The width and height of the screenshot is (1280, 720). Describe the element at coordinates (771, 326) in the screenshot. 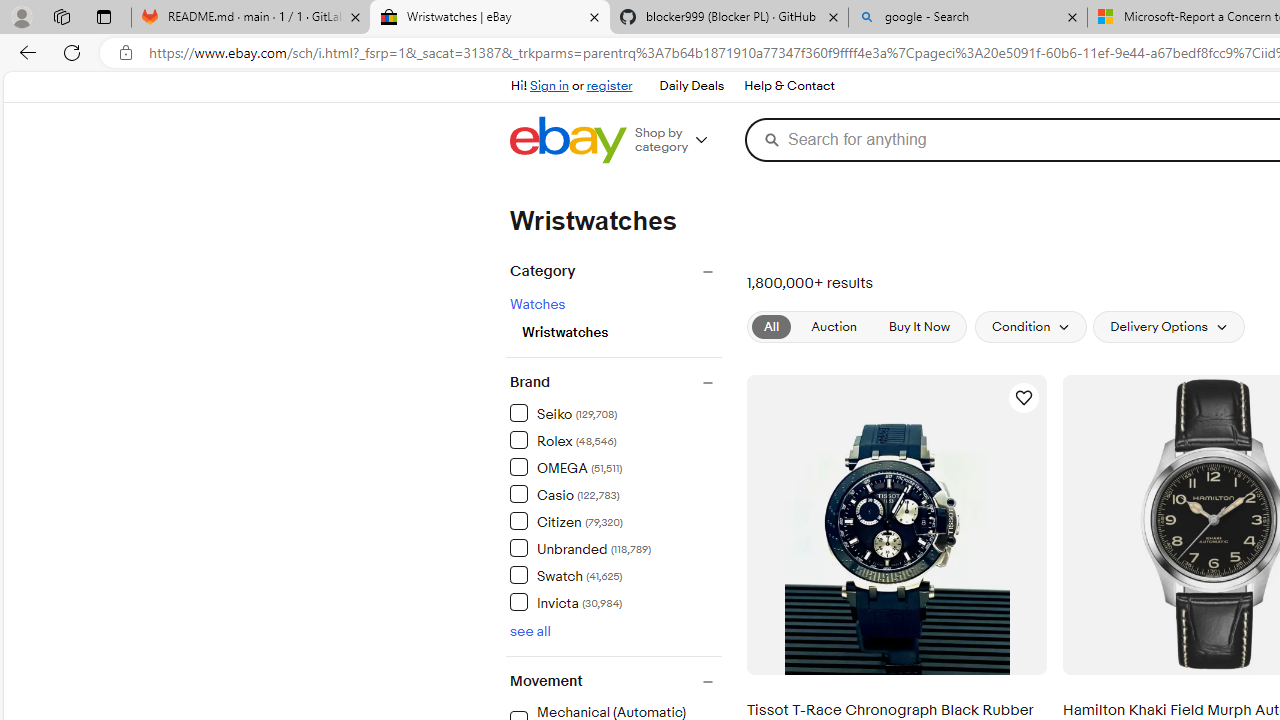

I see `'All selected'` at that location.